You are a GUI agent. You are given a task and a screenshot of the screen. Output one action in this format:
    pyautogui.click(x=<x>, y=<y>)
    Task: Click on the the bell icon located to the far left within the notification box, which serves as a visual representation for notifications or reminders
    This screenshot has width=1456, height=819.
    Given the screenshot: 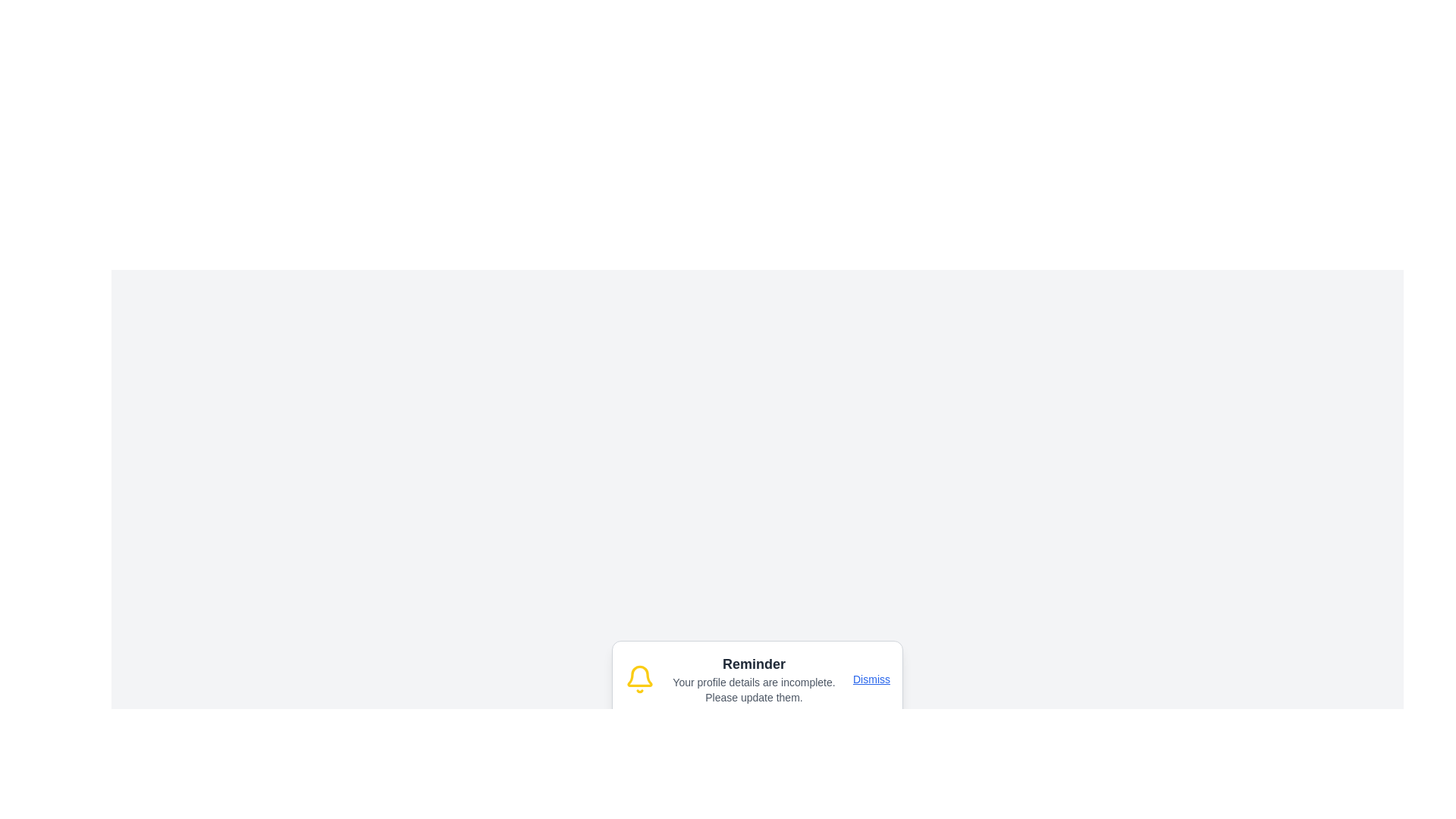 What is the action you would take?
    pyautogui.click(x=640, y=678)
    